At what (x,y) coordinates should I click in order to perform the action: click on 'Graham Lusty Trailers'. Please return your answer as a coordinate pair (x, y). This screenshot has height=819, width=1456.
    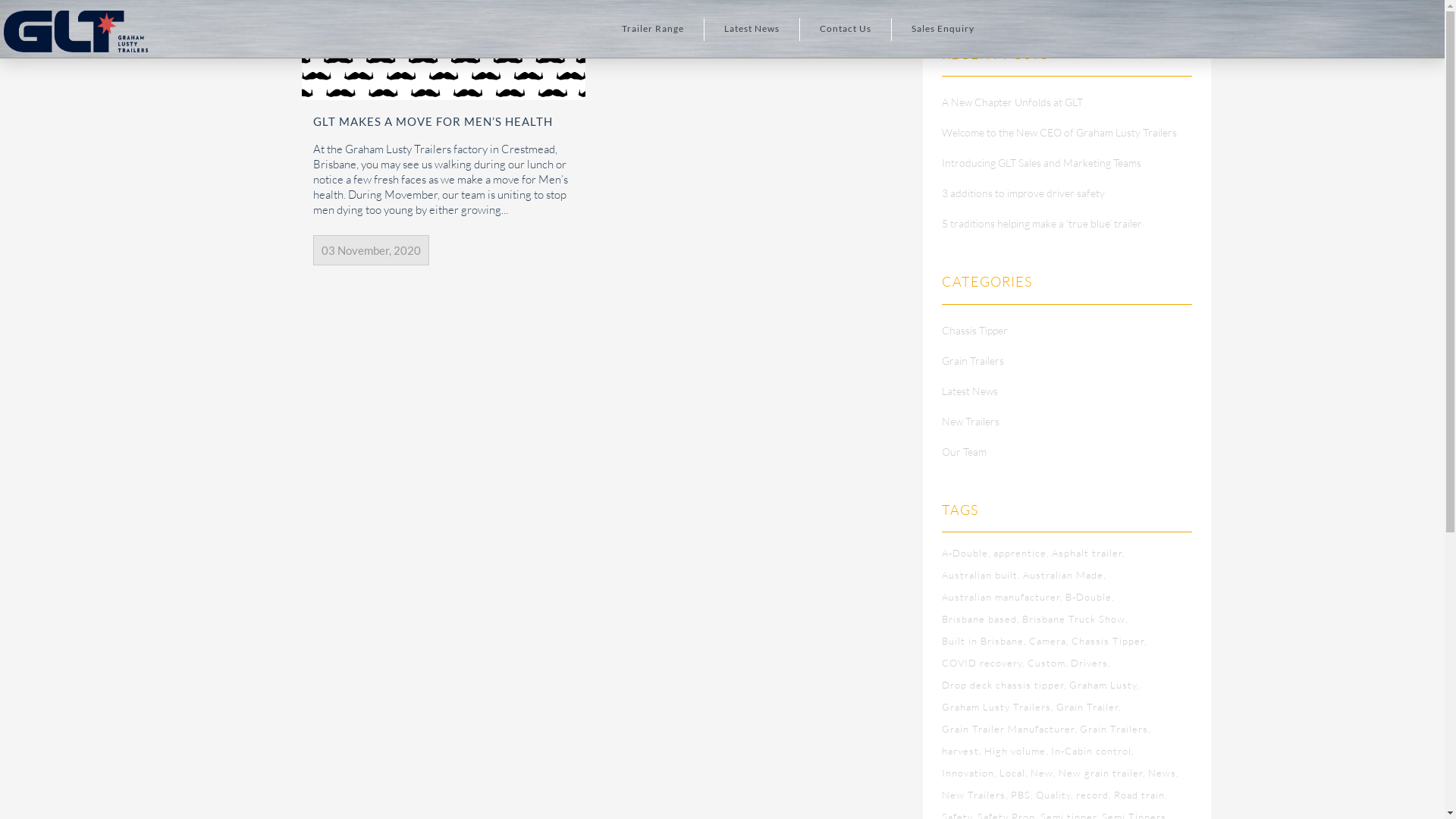
    Looking at the image, I should click on (997, 707).